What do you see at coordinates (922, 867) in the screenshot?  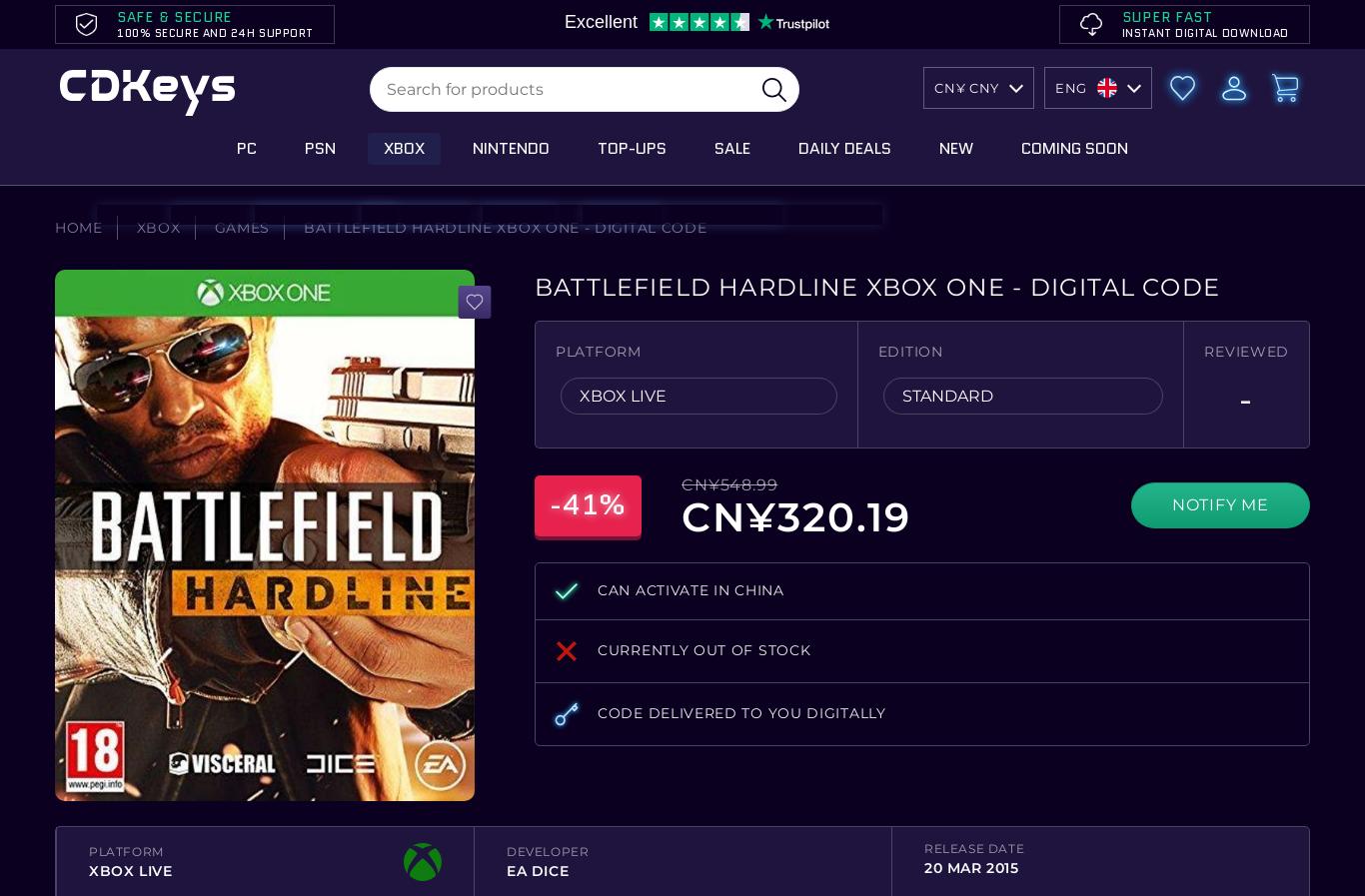 I see `'20 Mar 2015'` at bounding box center [922, 867].